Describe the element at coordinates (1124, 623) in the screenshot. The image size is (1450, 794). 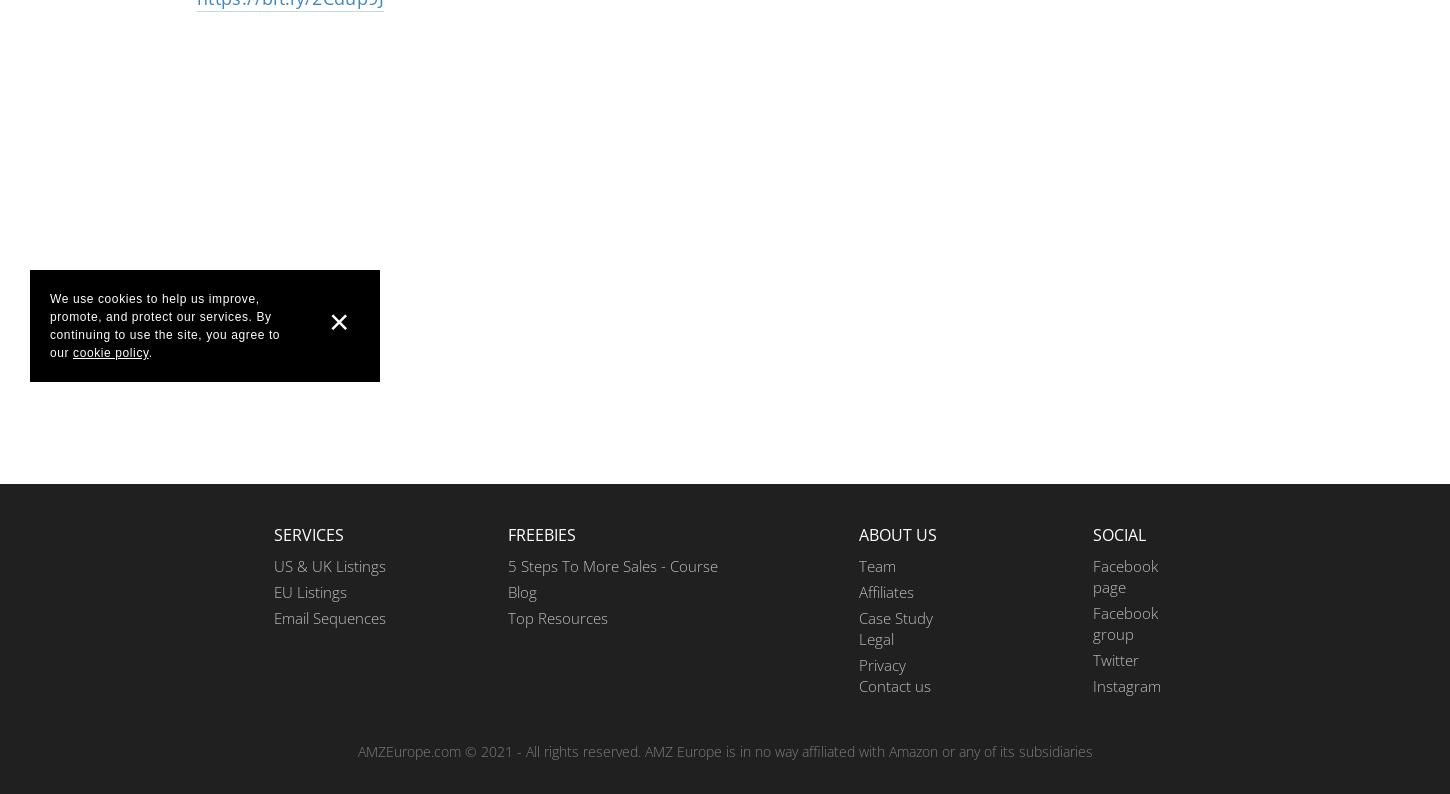
I see `'Facebook group'` at that location.